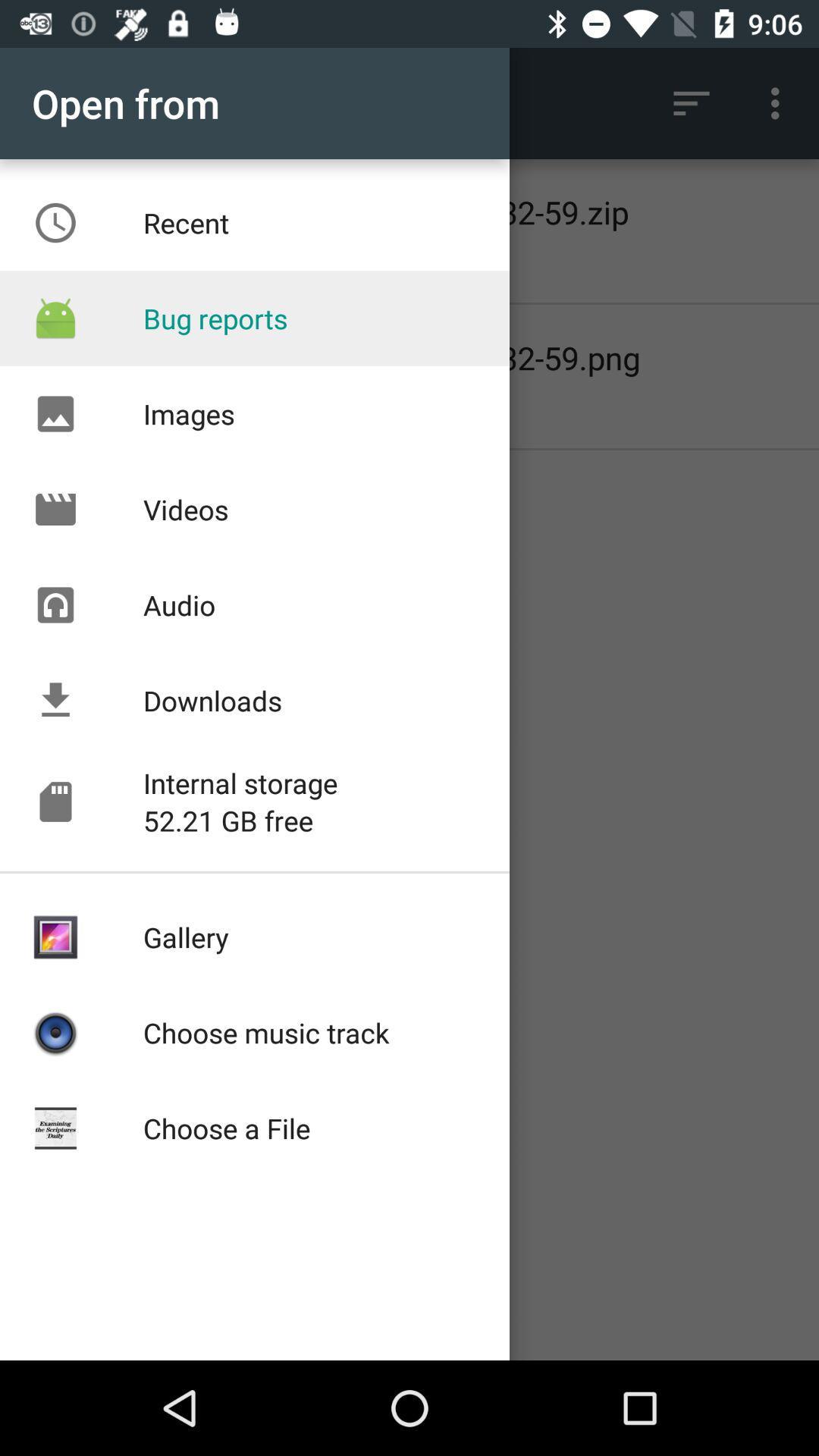  Describe the element at coordinates (55, 222) in the screenshot. I see `the icon which is left to the recent` at that location.